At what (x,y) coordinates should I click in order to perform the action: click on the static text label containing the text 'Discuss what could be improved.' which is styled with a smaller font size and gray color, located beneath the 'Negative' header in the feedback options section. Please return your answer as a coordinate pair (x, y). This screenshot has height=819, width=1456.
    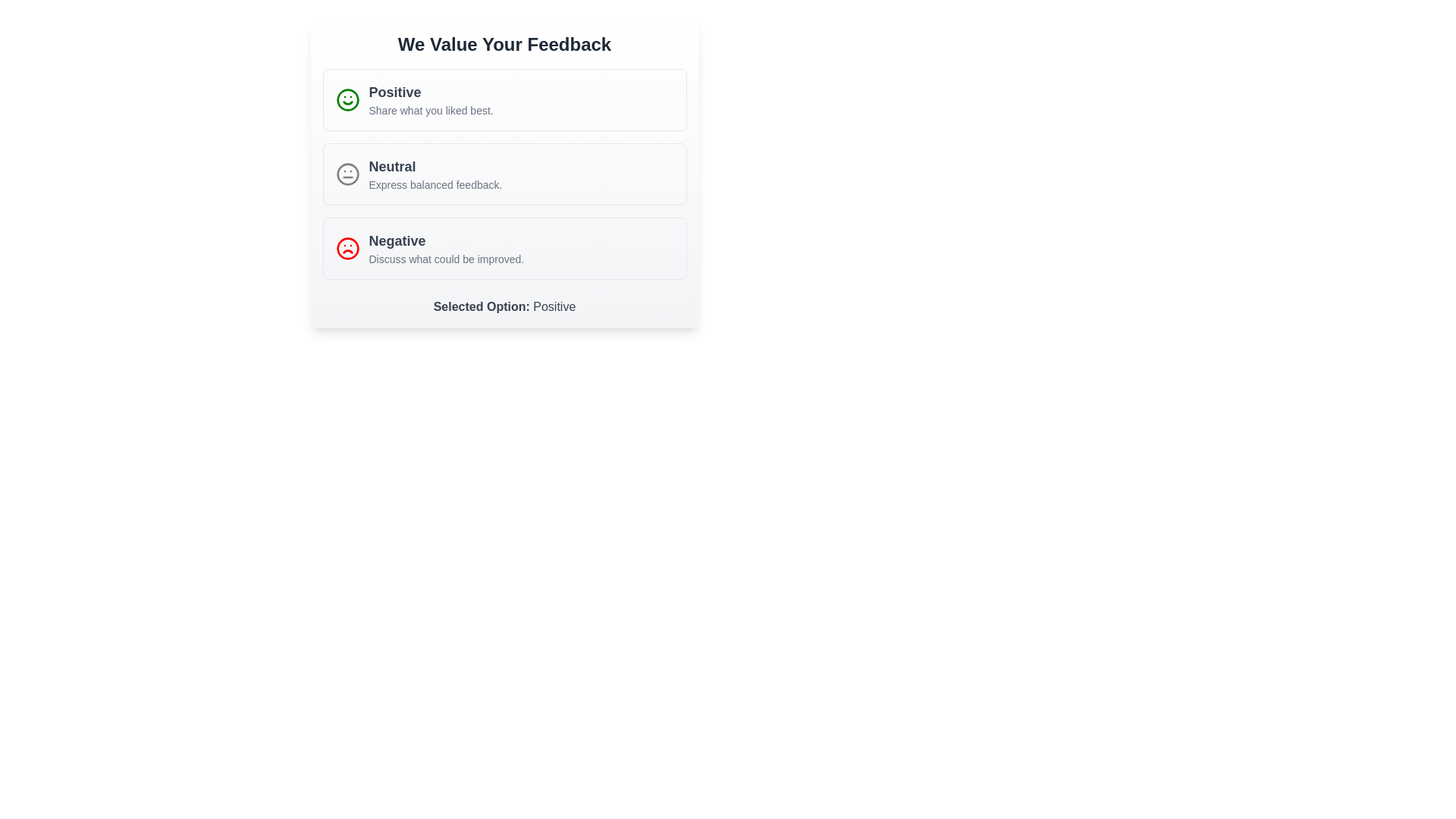
    Looking at the image, I should click on (445, 259).